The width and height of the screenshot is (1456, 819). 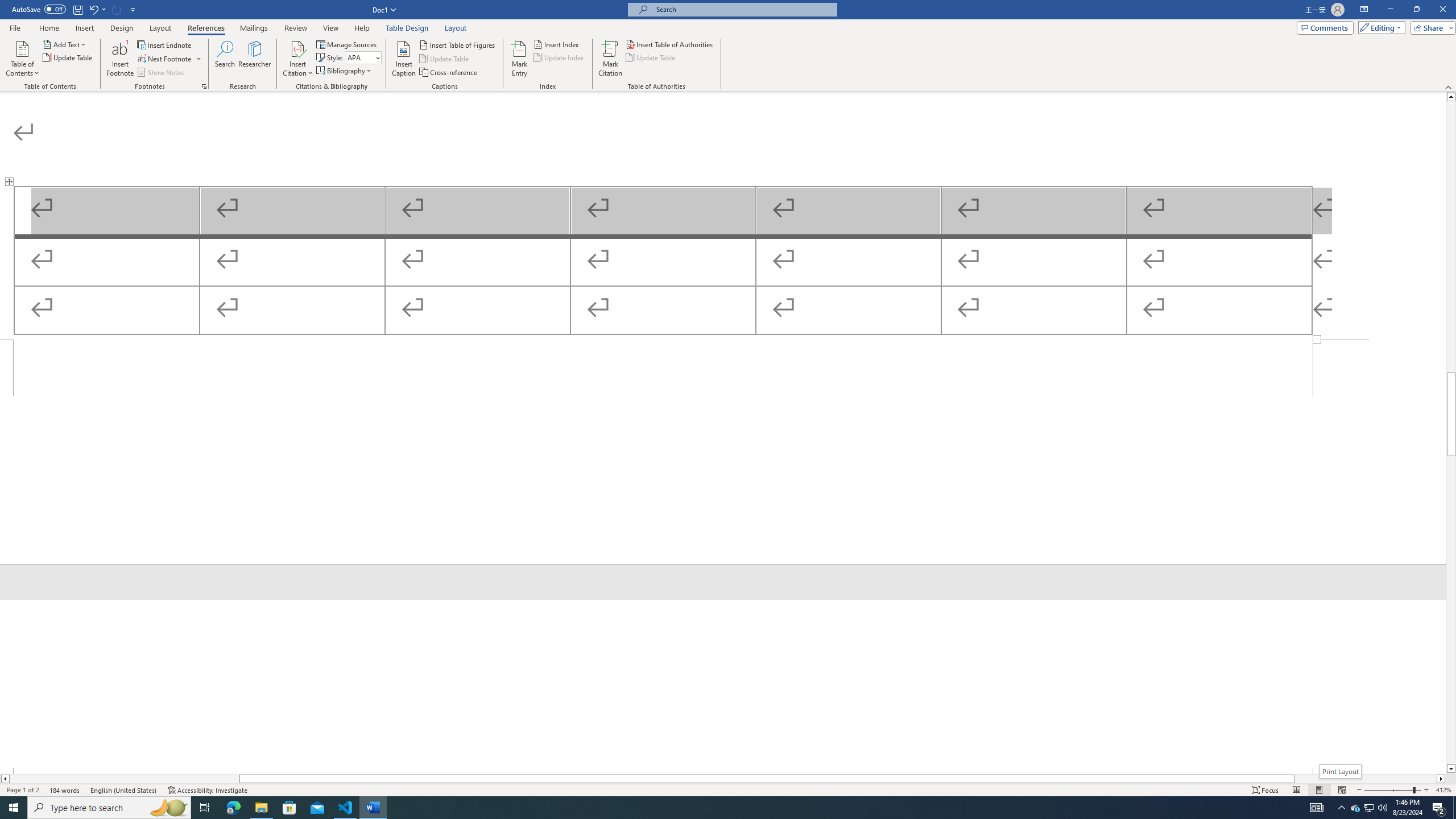 What do you see at coordinates (120, 59) in the screenshot?
I see `'Insert Footnote'` at bounding box center [120, 59].